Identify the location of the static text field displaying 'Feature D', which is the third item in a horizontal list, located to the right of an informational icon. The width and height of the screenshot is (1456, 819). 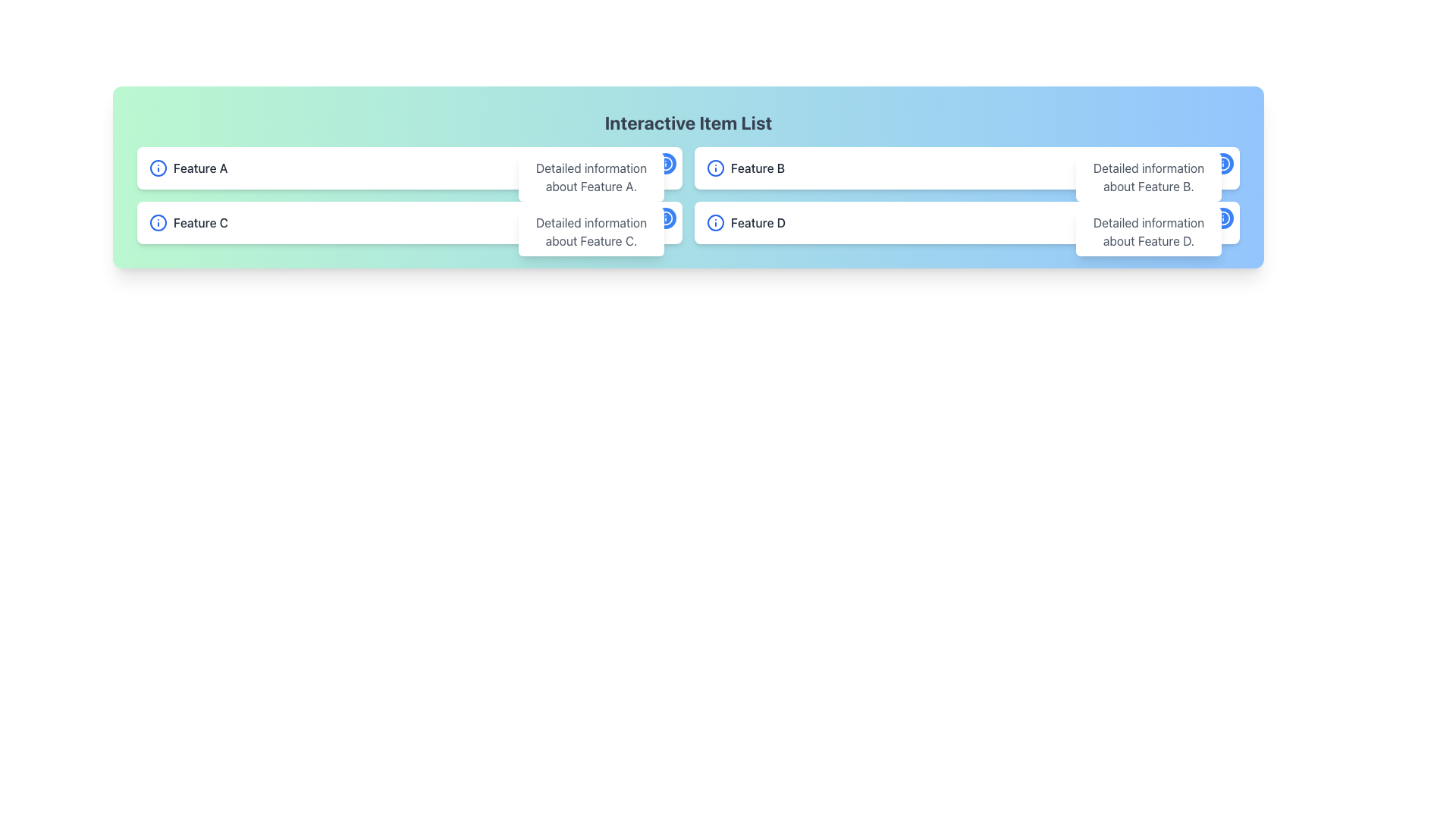
(758, 222).